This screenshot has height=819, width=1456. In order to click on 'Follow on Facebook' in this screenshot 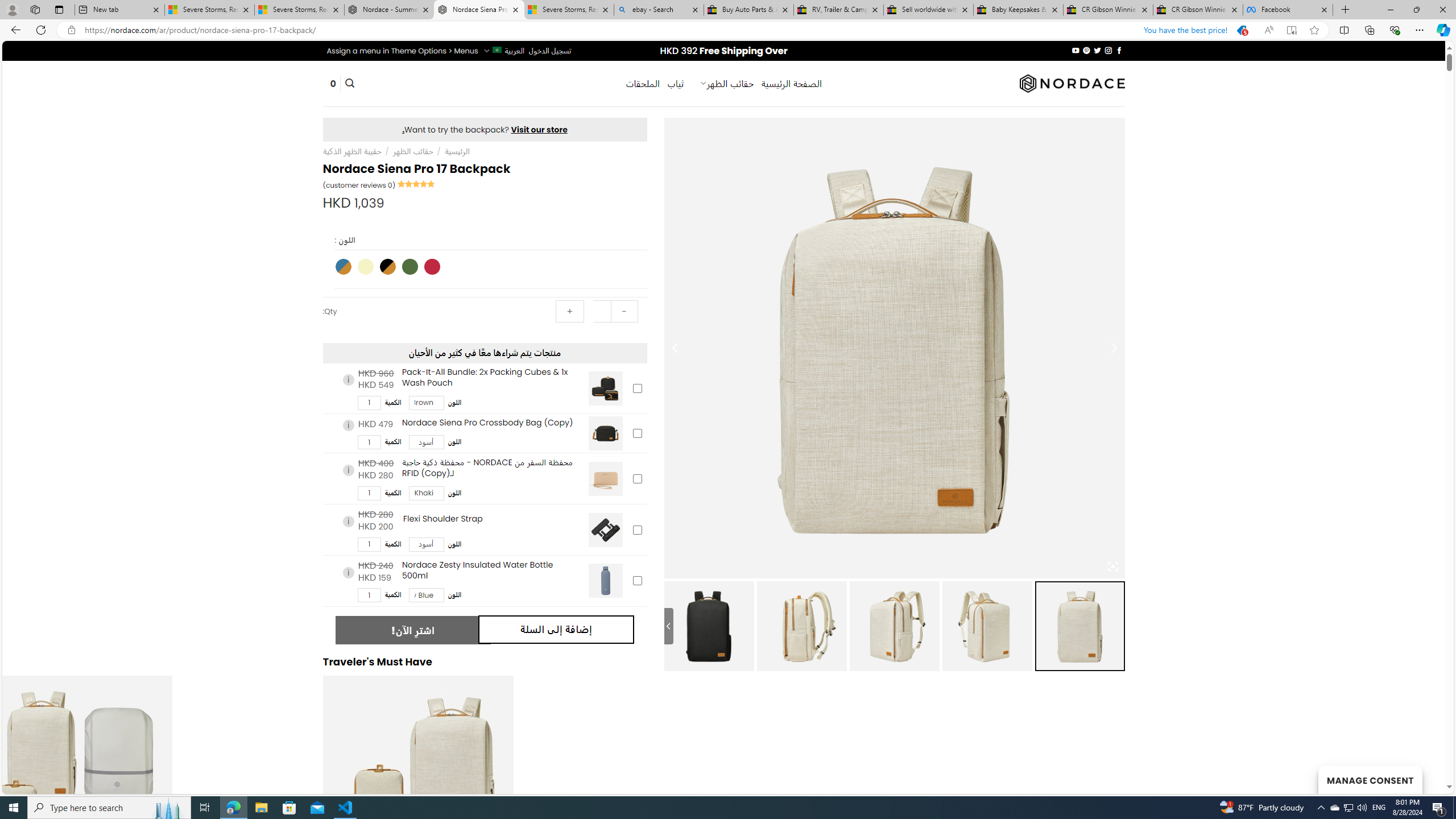, I will do `click(1118, 50)`.